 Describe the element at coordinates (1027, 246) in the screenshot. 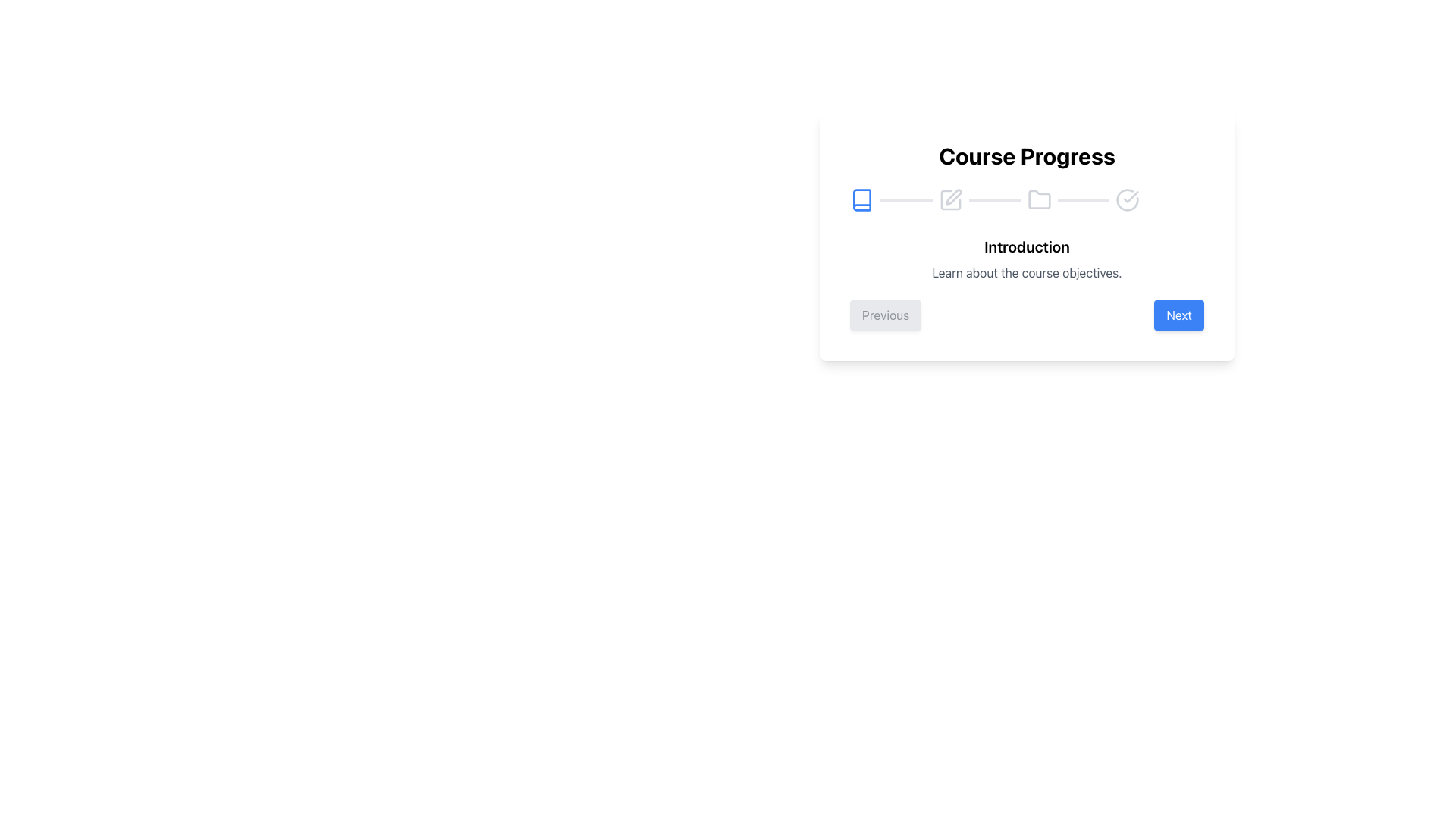

I see `the 'Introduction' text label which is styled with large, bold, dark serif font, located below the 'Course Progress' heading and above the descriptive text` at that location.